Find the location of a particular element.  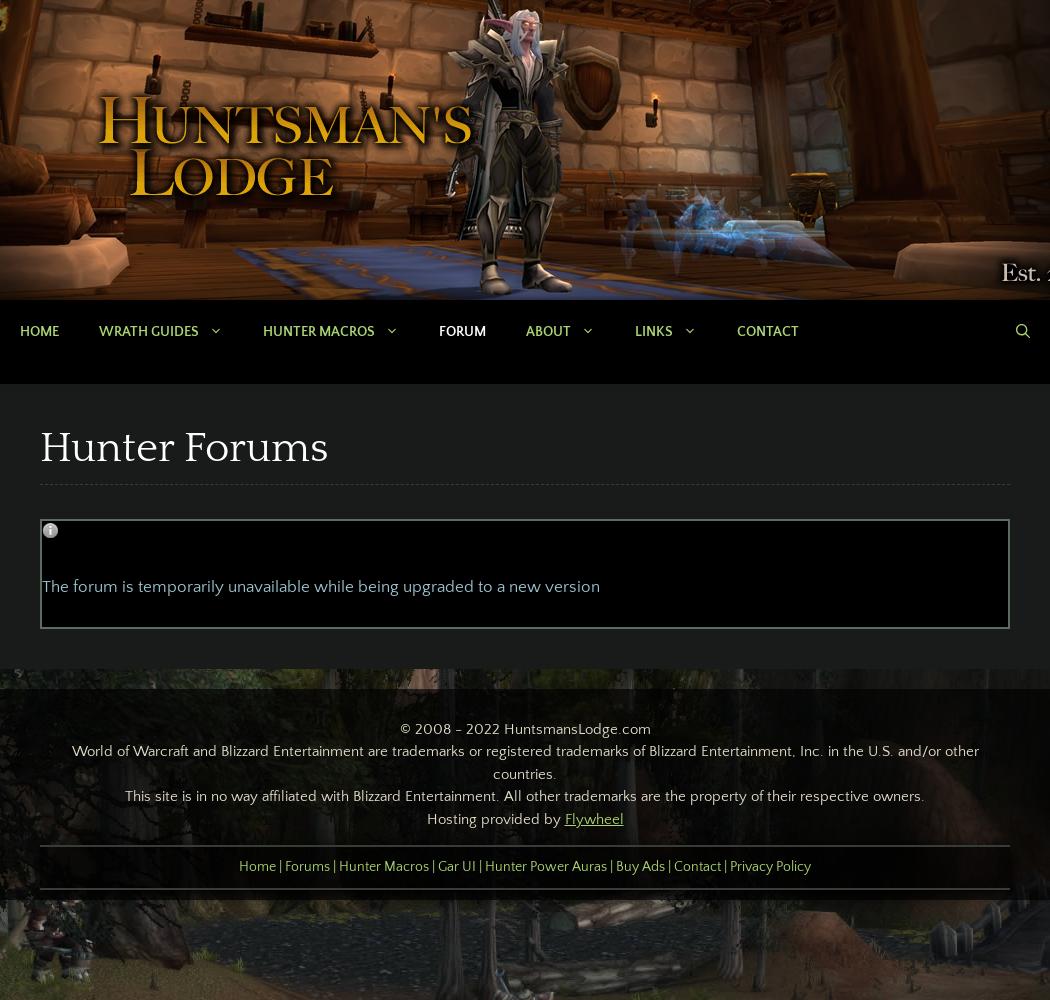

'Privacy Policy' is located at coordinates (770, 866).